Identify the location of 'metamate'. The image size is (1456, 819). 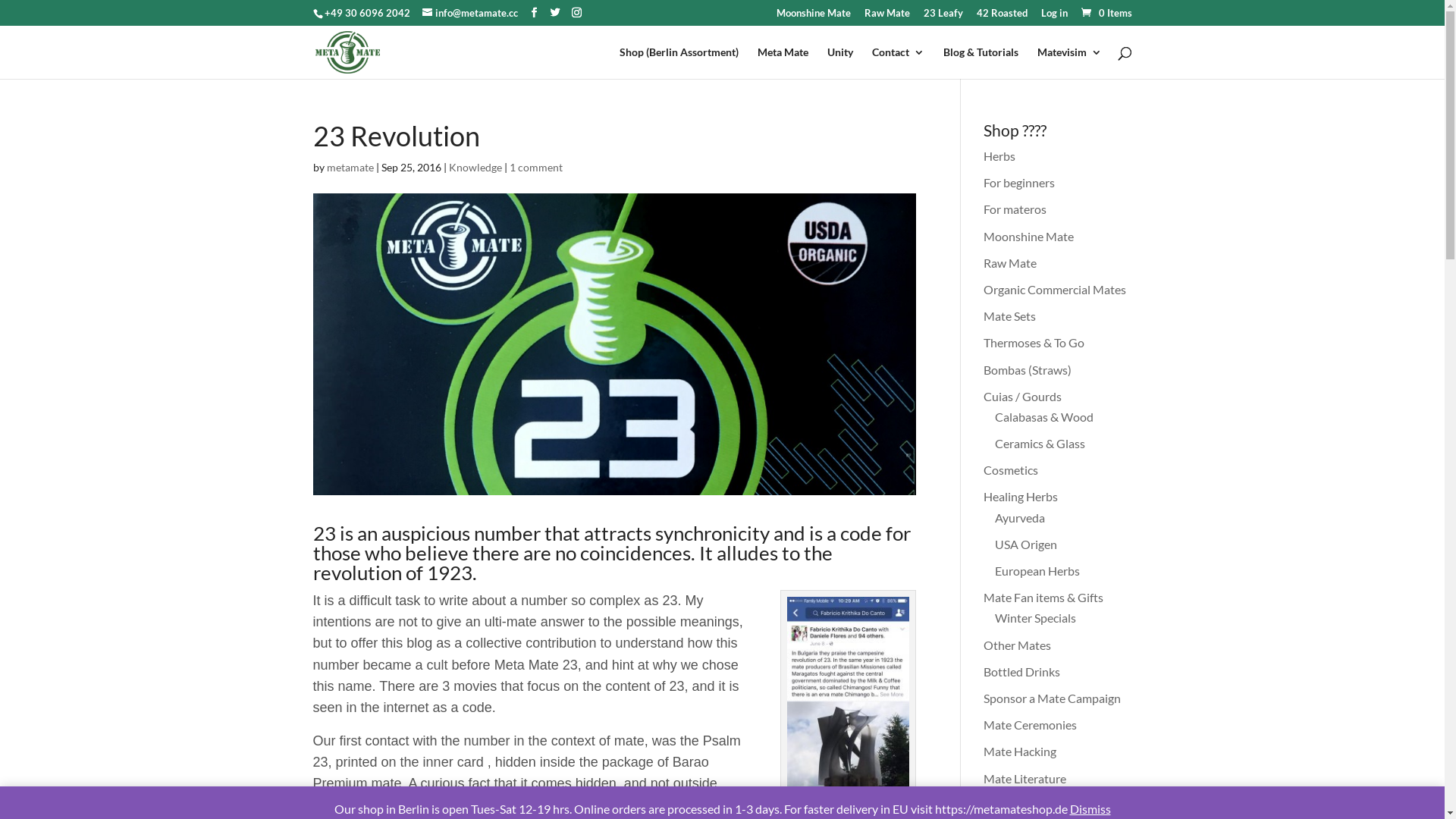
(348, 167).